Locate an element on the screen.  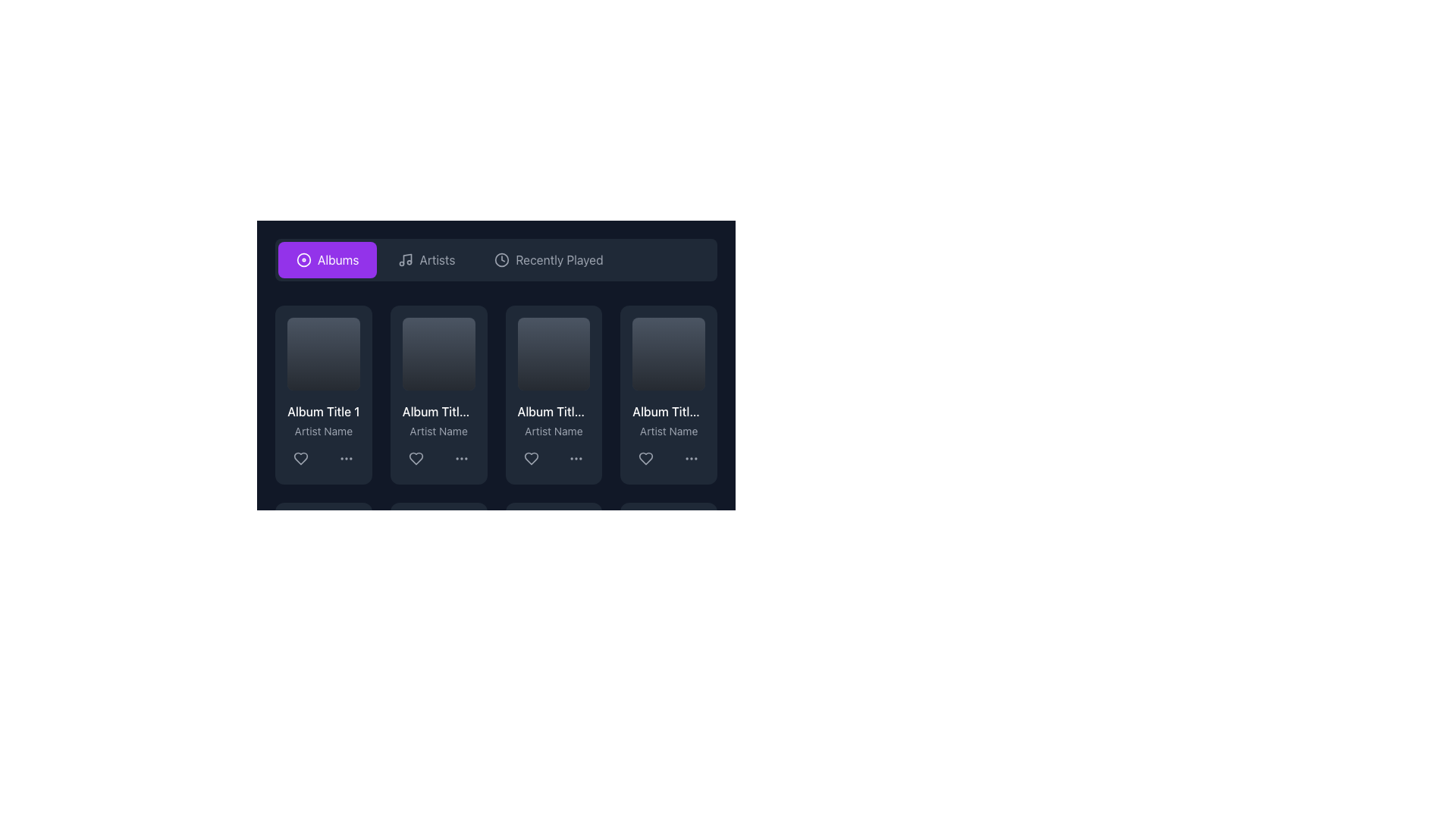
the heart-shaped icon button, which is gray and outlined is located at coordinates (646, 457).